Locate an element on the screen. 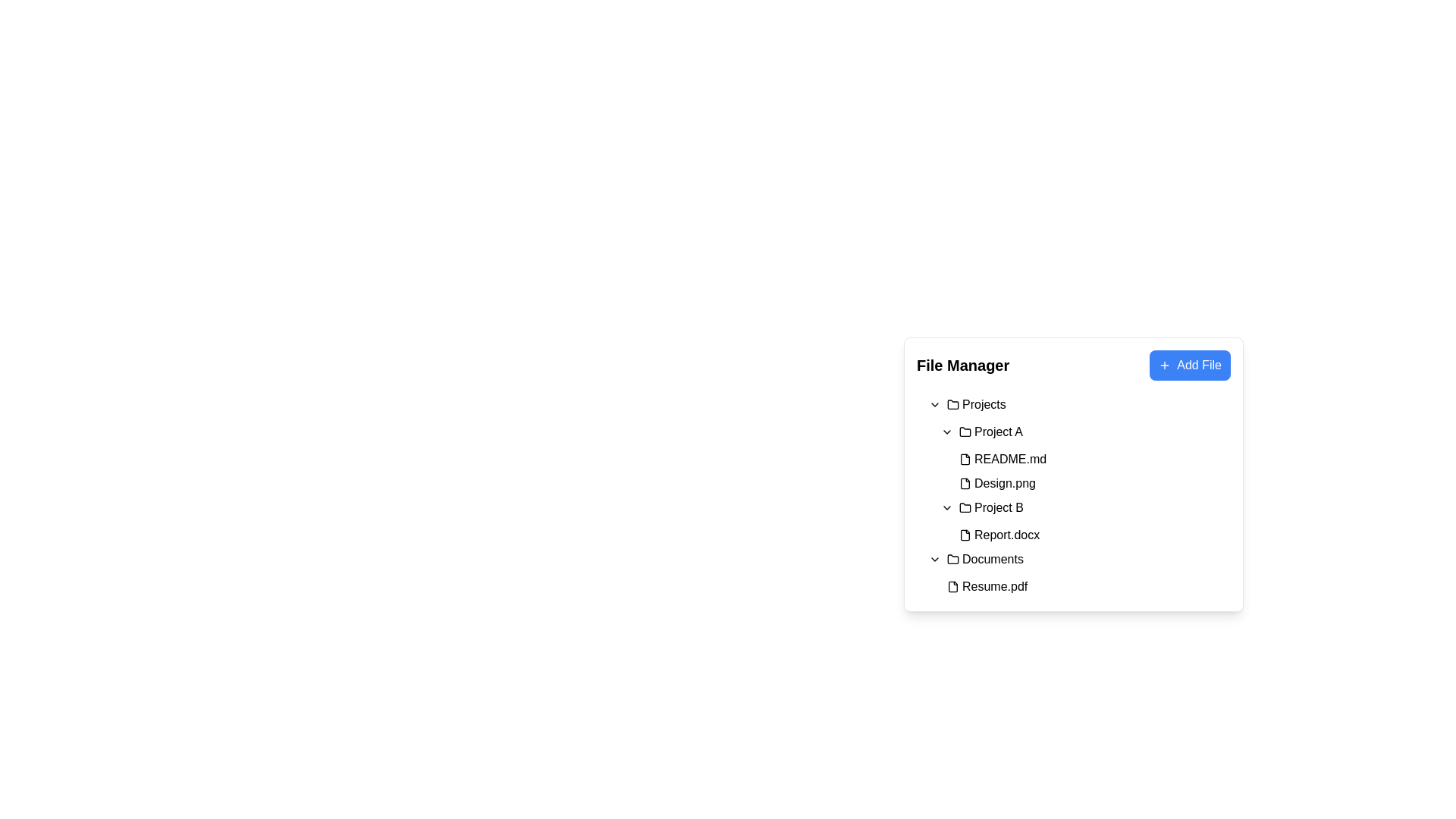 The image size is (1456, 819). the text label displaying 'Resume.pdf' which is located in the 'Documents' folder section of the file manager is located at coordinates (995, 586).